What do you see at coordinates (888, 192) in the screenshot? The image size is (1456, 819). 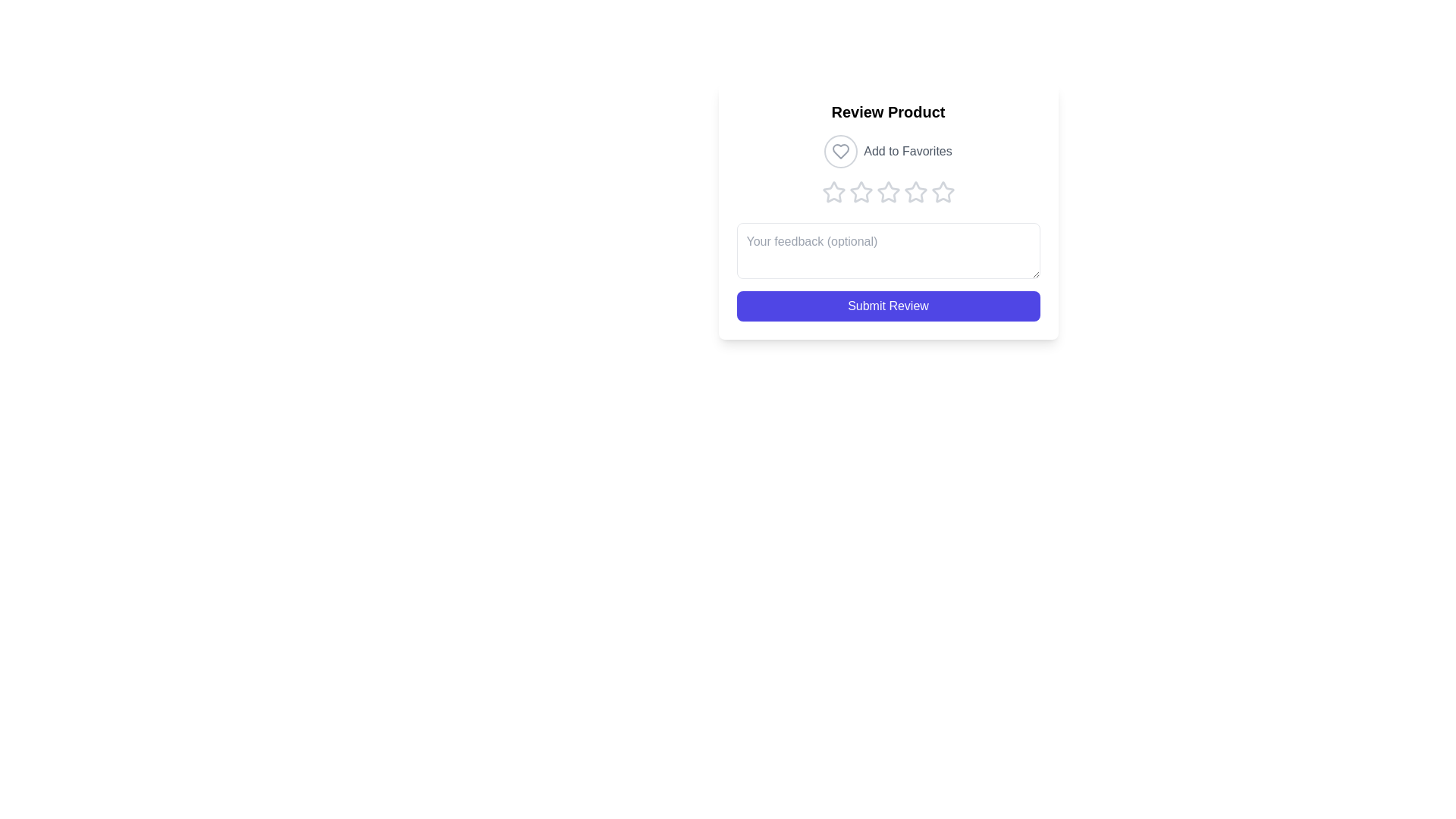 I see `the third star icon in the star rating component` at bounding box center [888, 192].